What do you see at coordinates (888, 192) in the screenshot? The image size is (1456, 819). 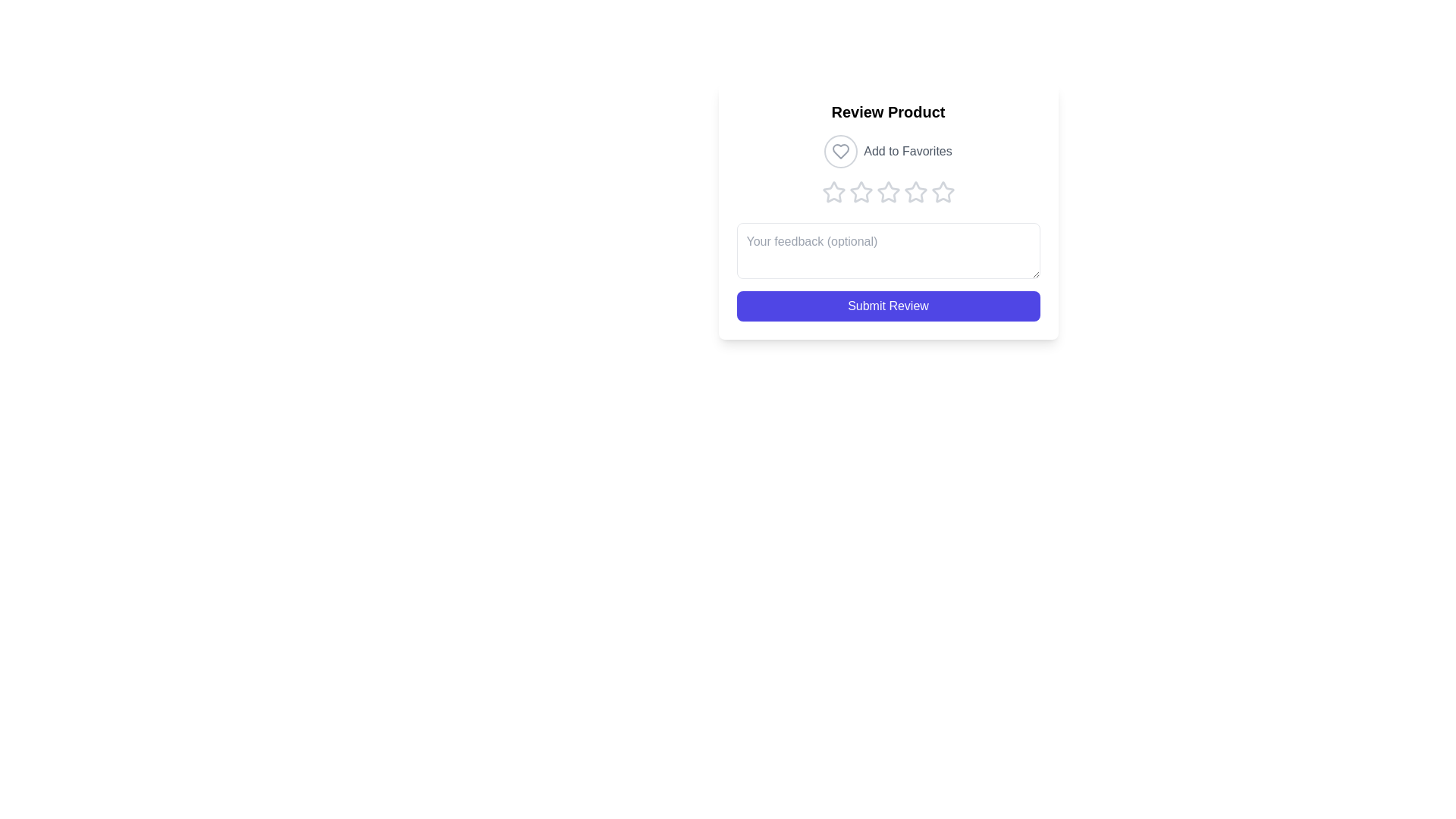 I see `the third star icon in the star rating component` at bounding box center [888, 192].